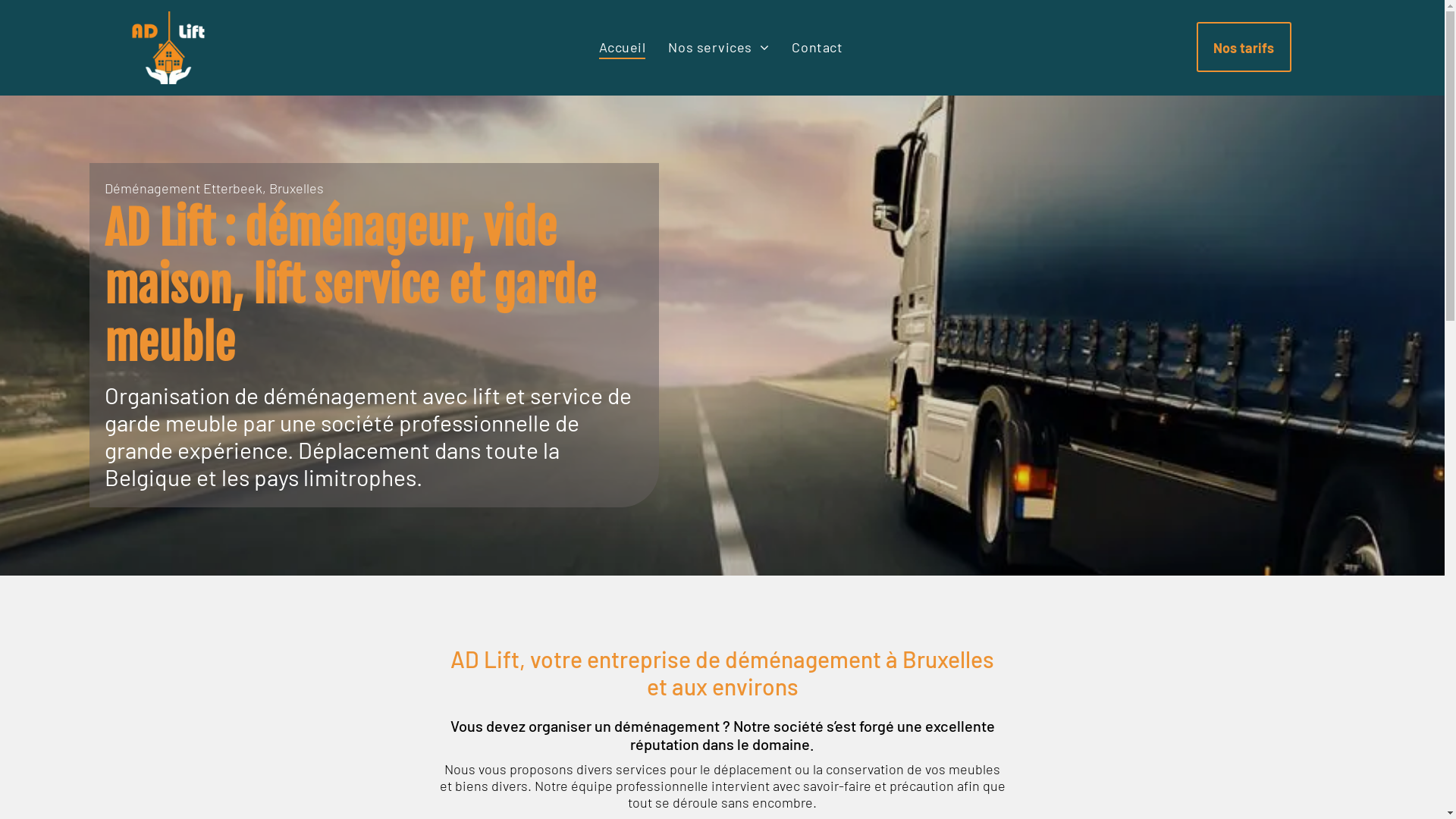  What do you see at coordinates (816, 45) in the screenshot?
I see `'Contact'` at bounding box center [816, 45].